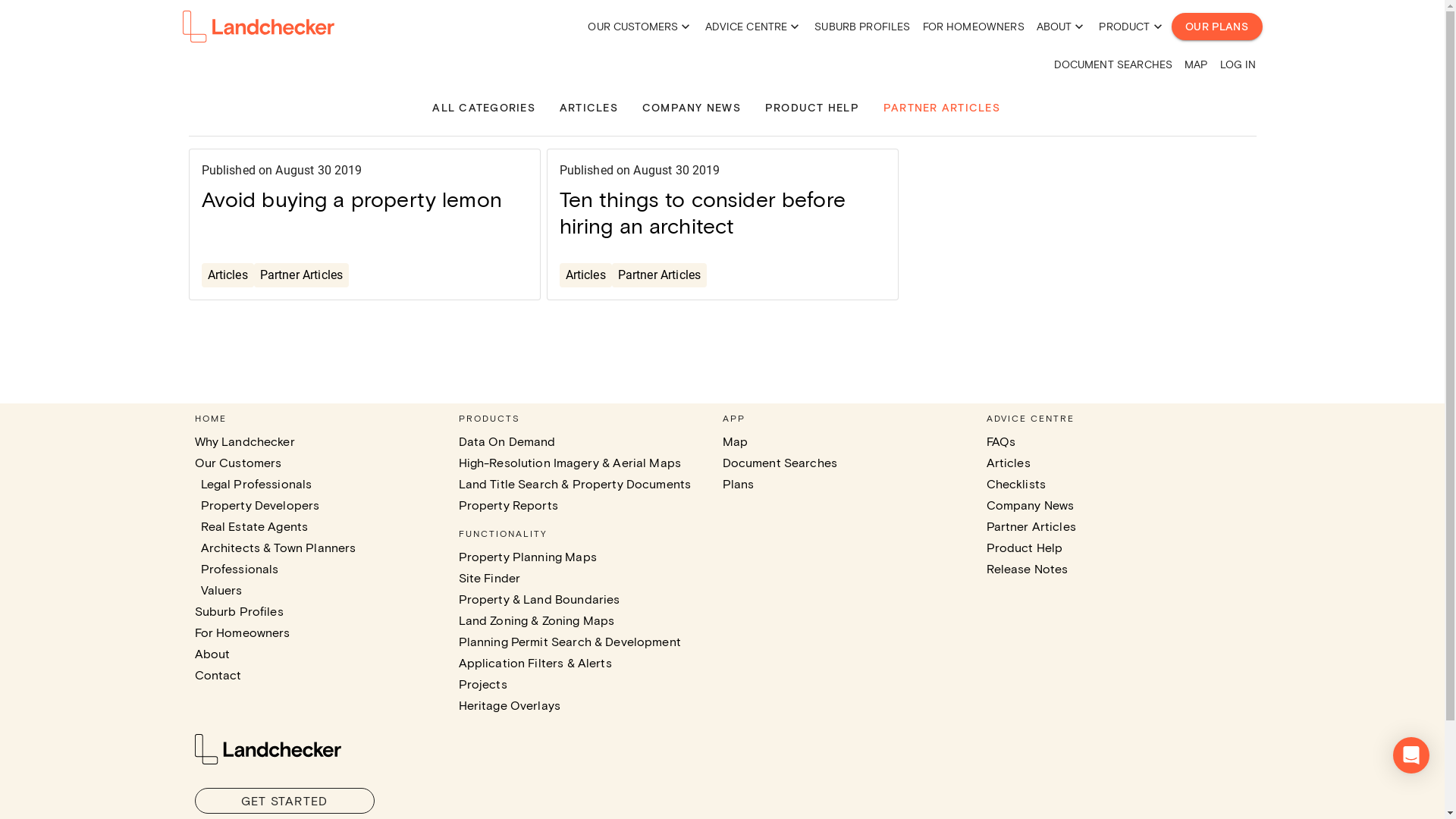 The width and height of the screenshot is (1456, 819). I want to click on 'Projects', so click(481, 684).